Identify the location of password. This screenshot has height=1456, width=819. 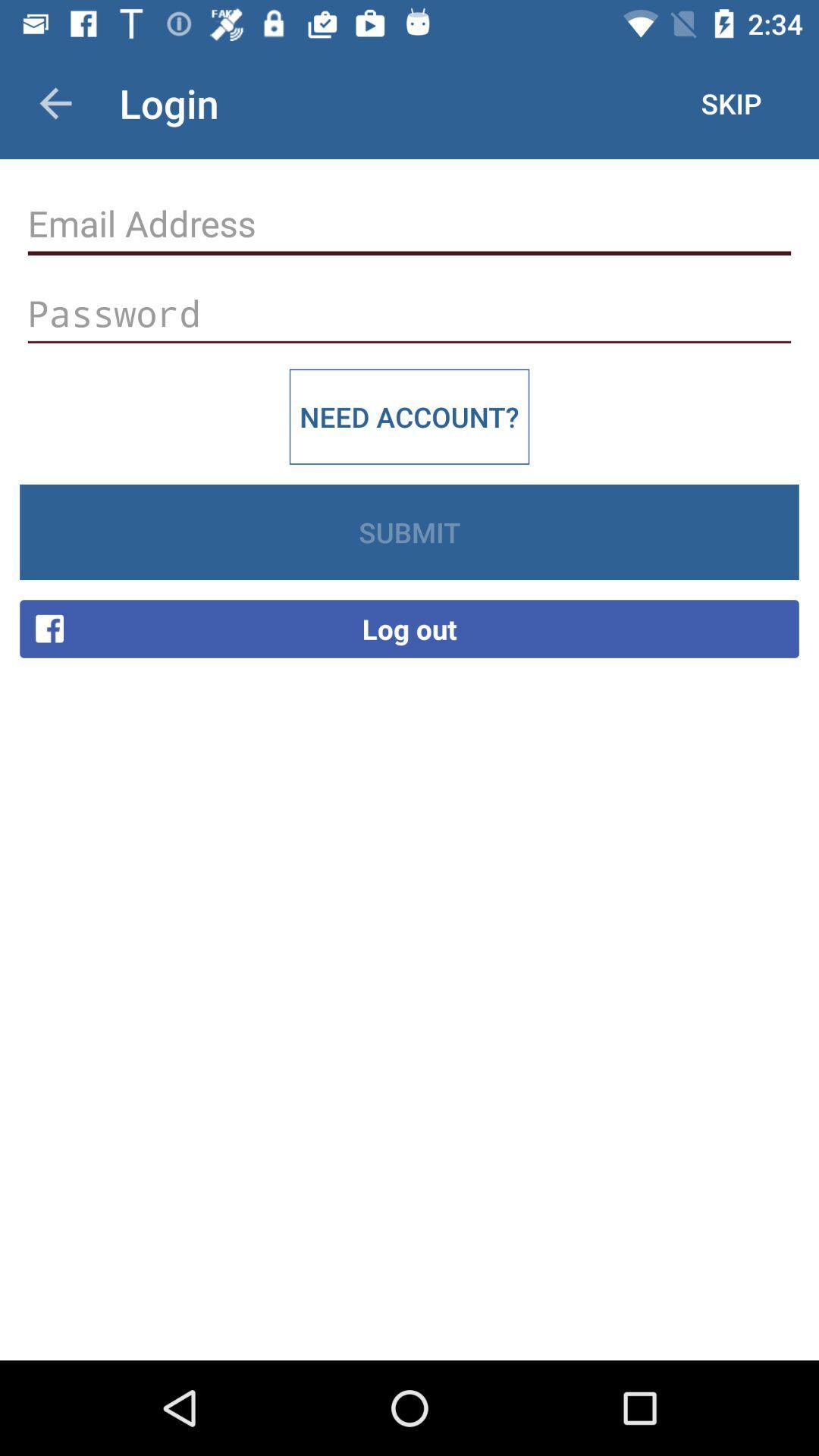
(409, 312).